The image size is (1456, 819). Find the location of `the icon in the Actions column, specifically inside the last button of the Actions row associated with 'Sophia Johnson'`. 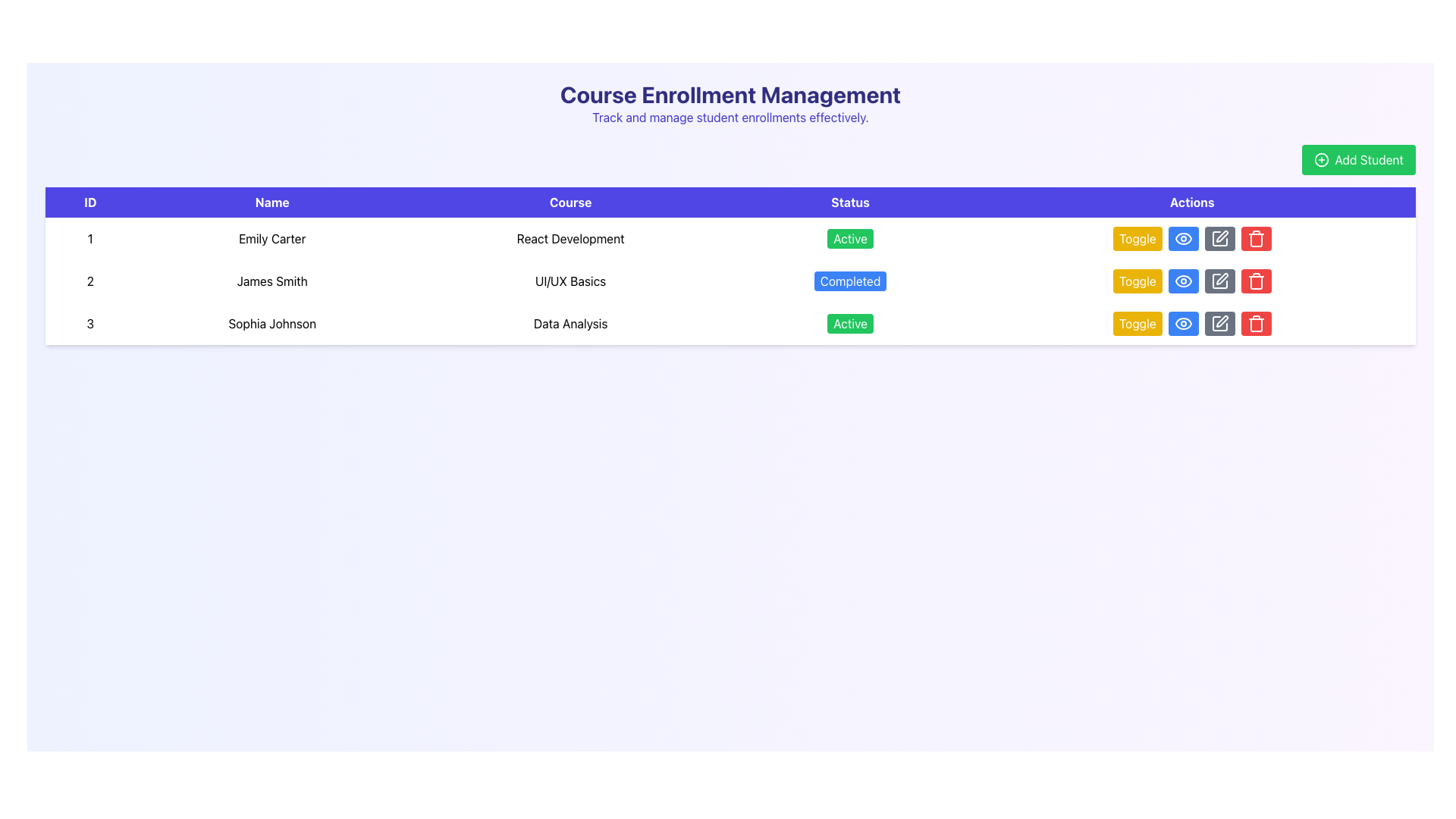

the icon in the Actions column, specifically inside the last button of the Actions row associated with 'Sophia Johnson' is located at coordinates (1219, 323).